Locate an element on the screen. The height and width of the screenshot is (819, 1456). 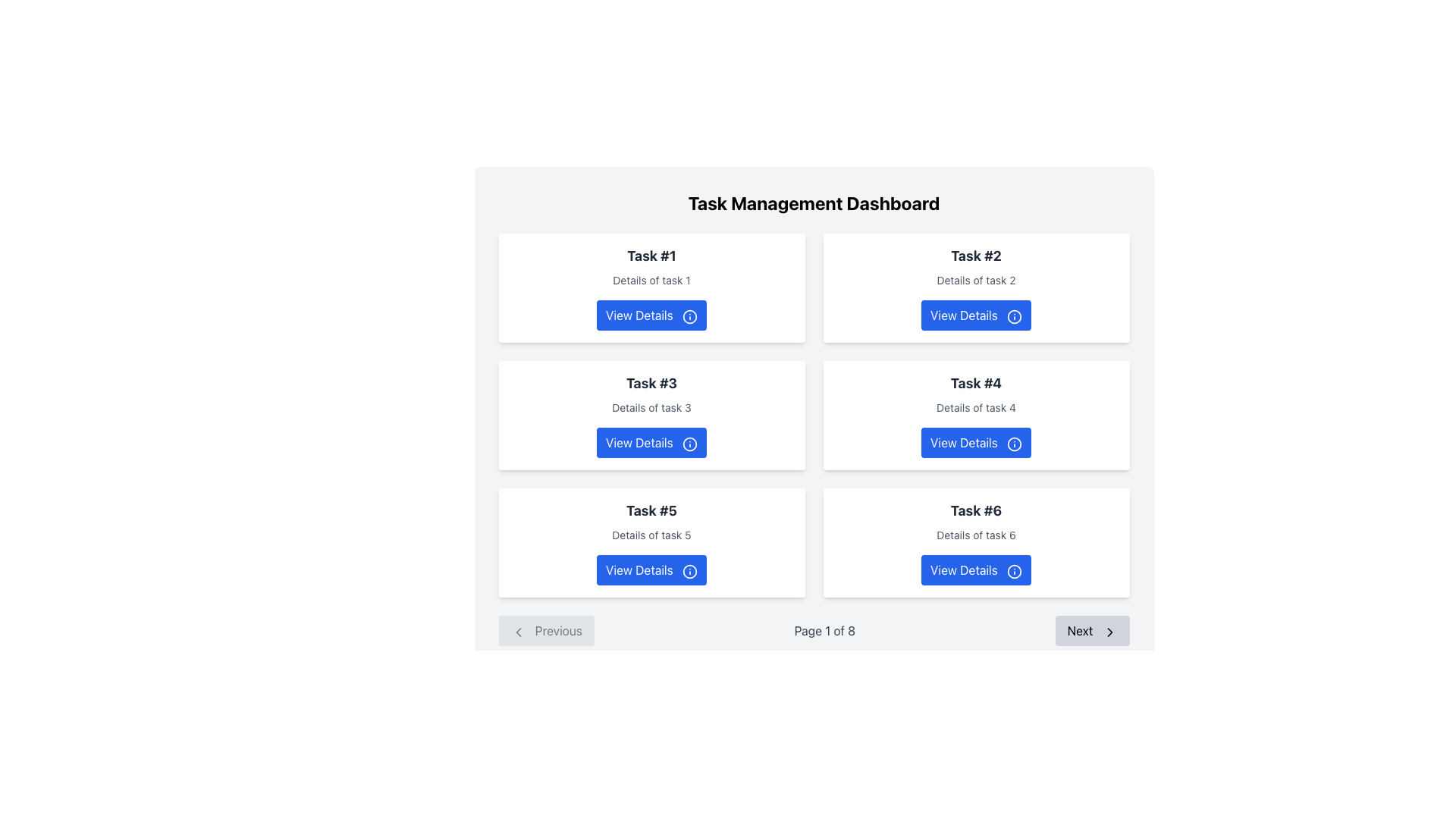
the text label that reads 'Details of task 3', which is styled in a small gray font and located directly under the header 'Task #3' within the card layout is located at coordinates (651, 406).